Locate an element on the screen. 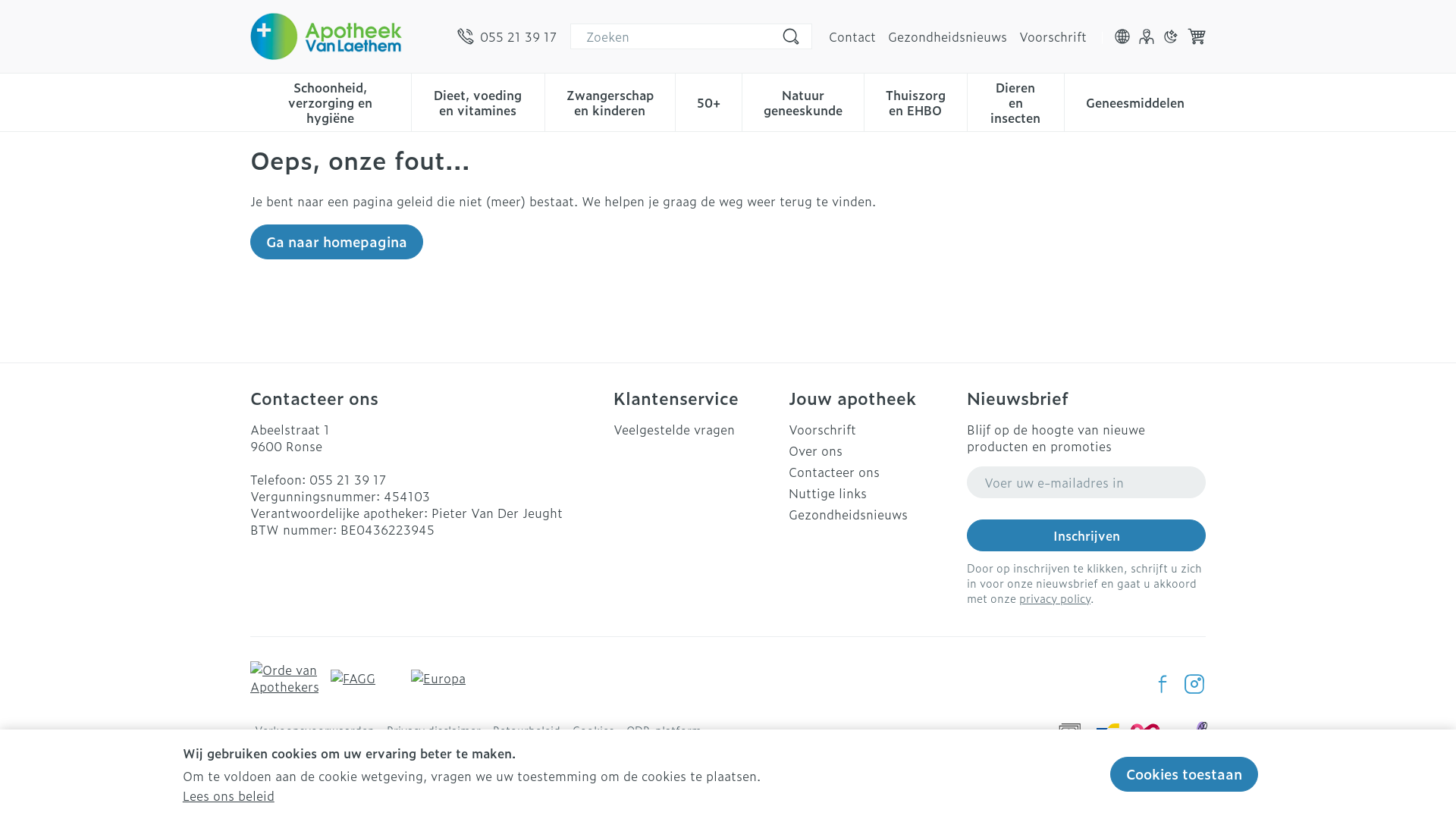 This screenshot has height=819, width=1456. 'Verkoopsvoorwaarden' is located at coordinates (313, 730).